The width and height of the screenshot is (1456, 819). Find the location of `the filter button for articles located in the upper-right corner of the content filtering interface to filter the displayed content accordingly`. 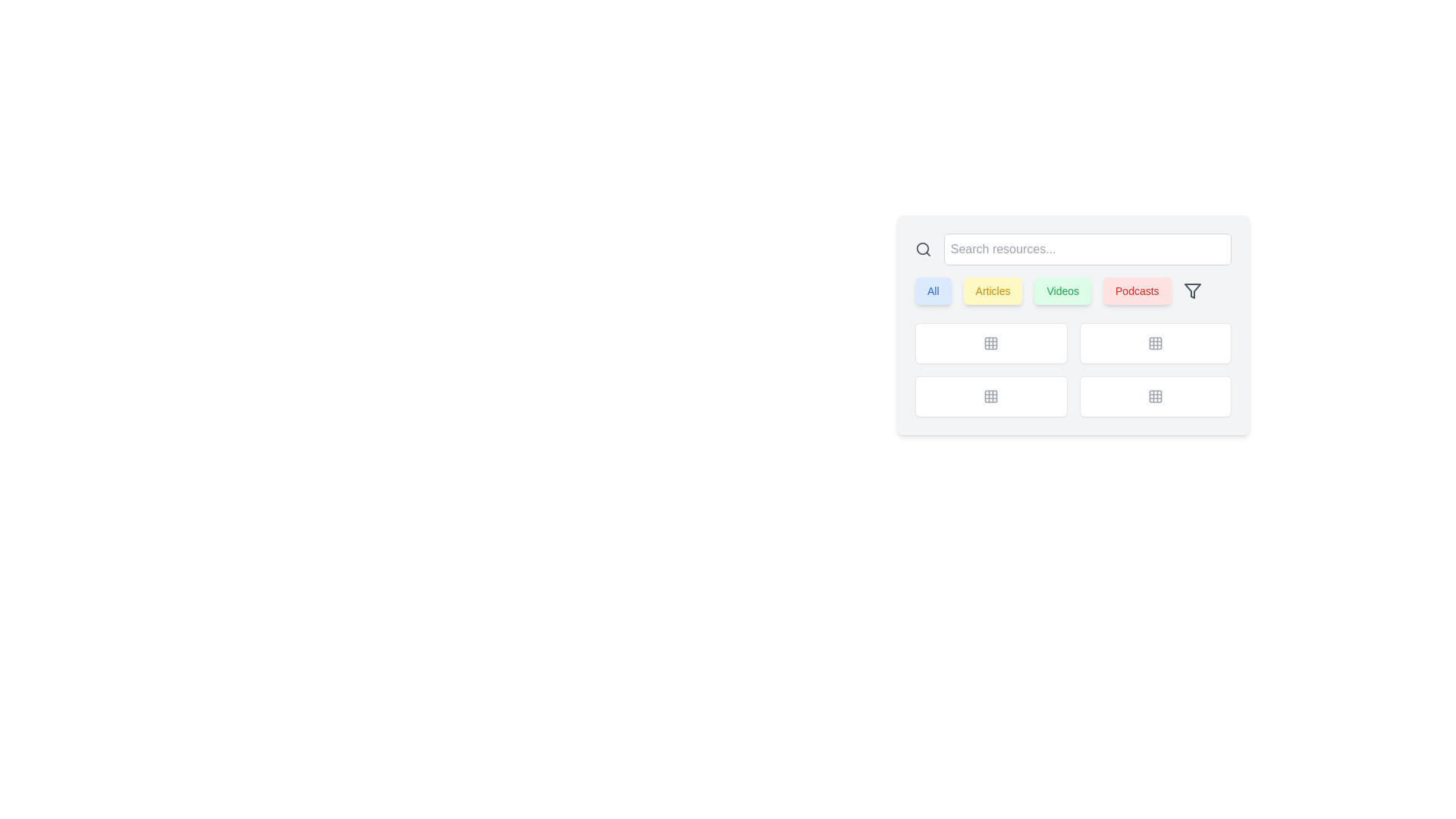

the filter button for articles located in the upper-right corner of the content filtering interface to filter the displayed content accordingly is located at coordinates (993, 291).